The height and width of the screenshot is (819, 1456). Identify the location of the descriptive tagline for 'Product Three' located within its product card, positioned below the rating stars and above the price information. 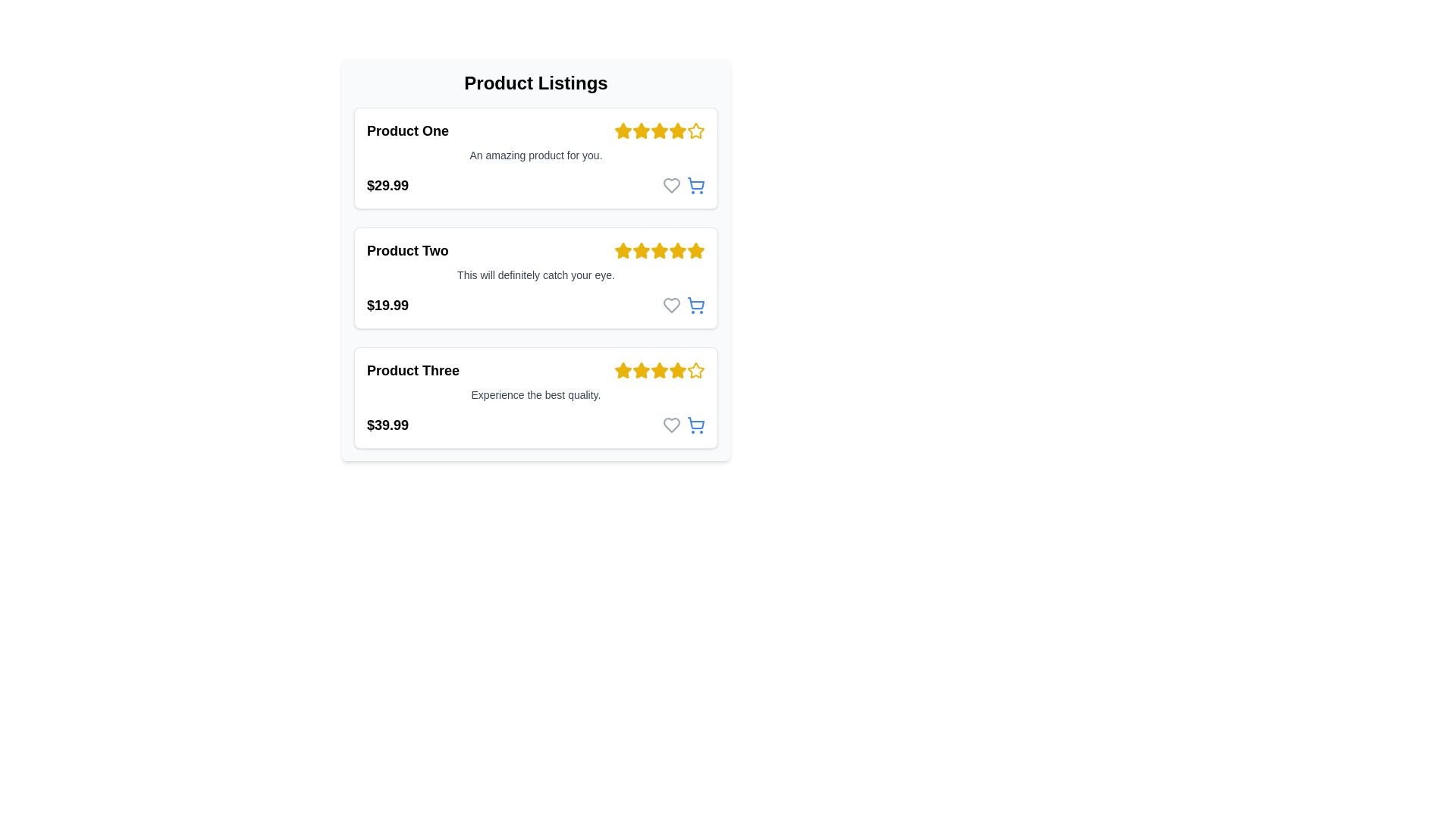
(535, 394).